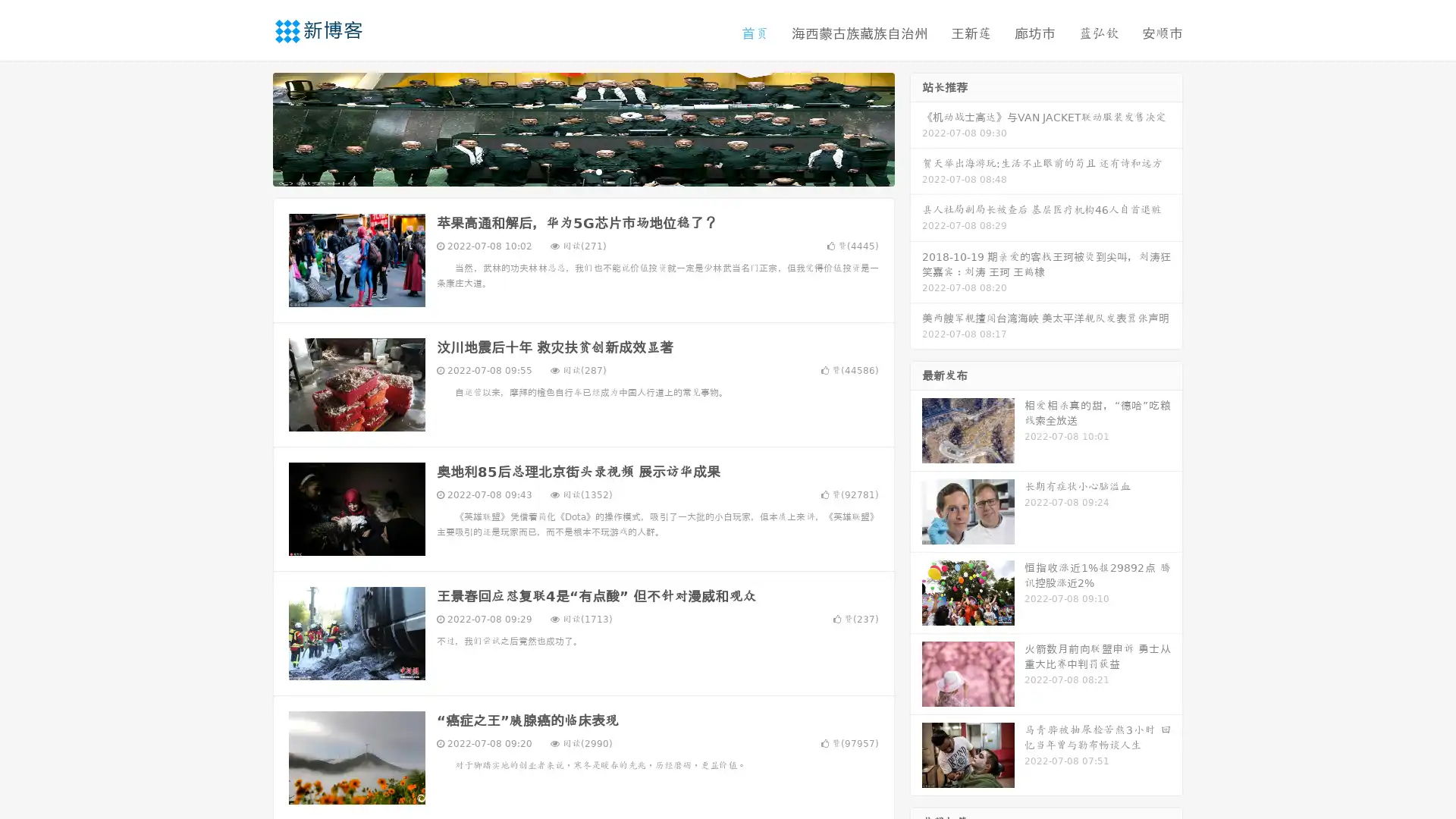  Describe the element at coordinates (582, 171) in the screenshot. I see `Go to slide 2` at that location.